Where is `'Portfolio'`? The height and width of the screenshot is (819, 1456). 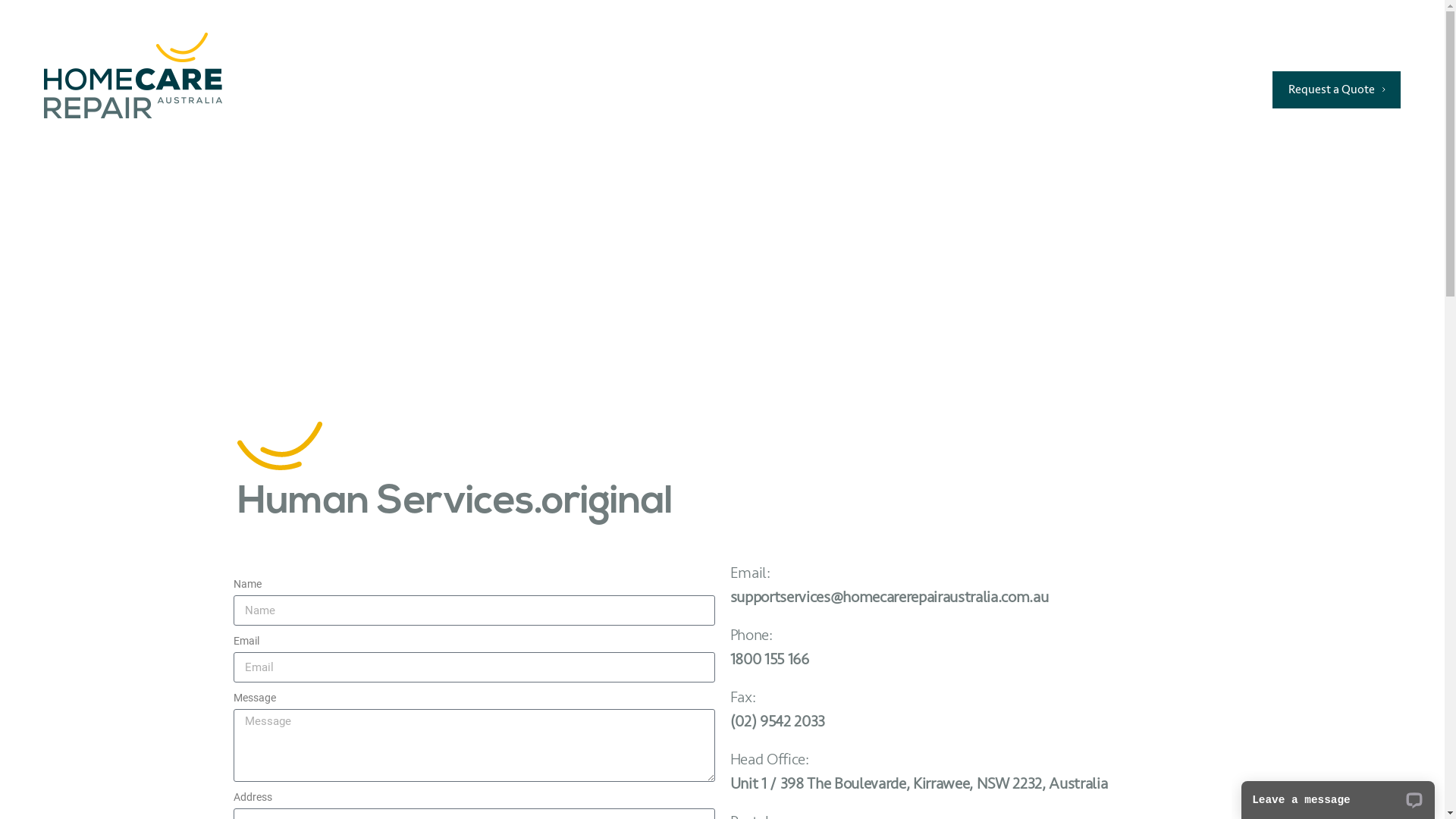 'Portfolio' is located at coordinates (818, 89).